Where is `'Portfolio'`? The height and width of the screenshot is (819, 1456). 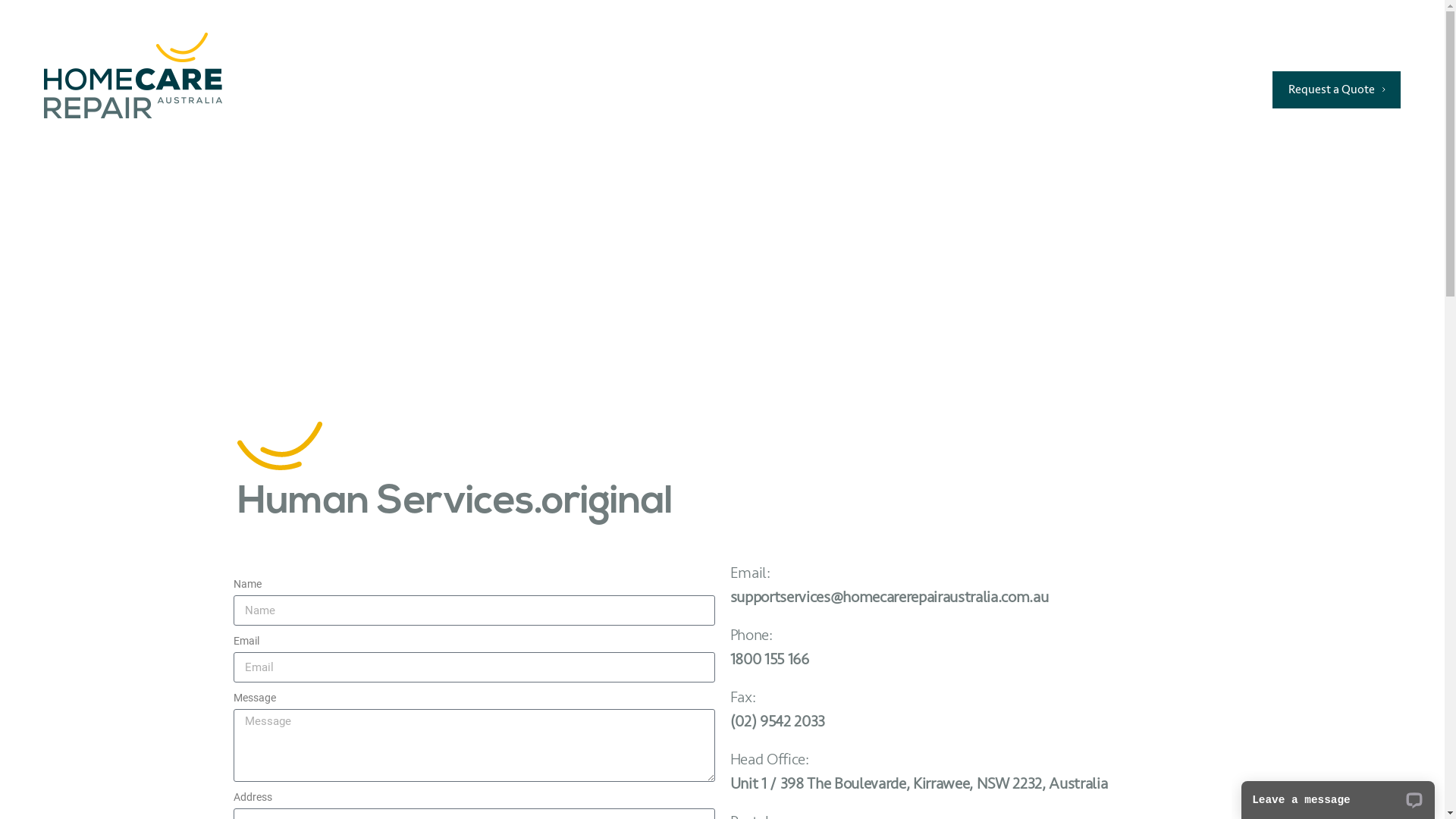 'Portfolio' is located at coordinates (818, 89).